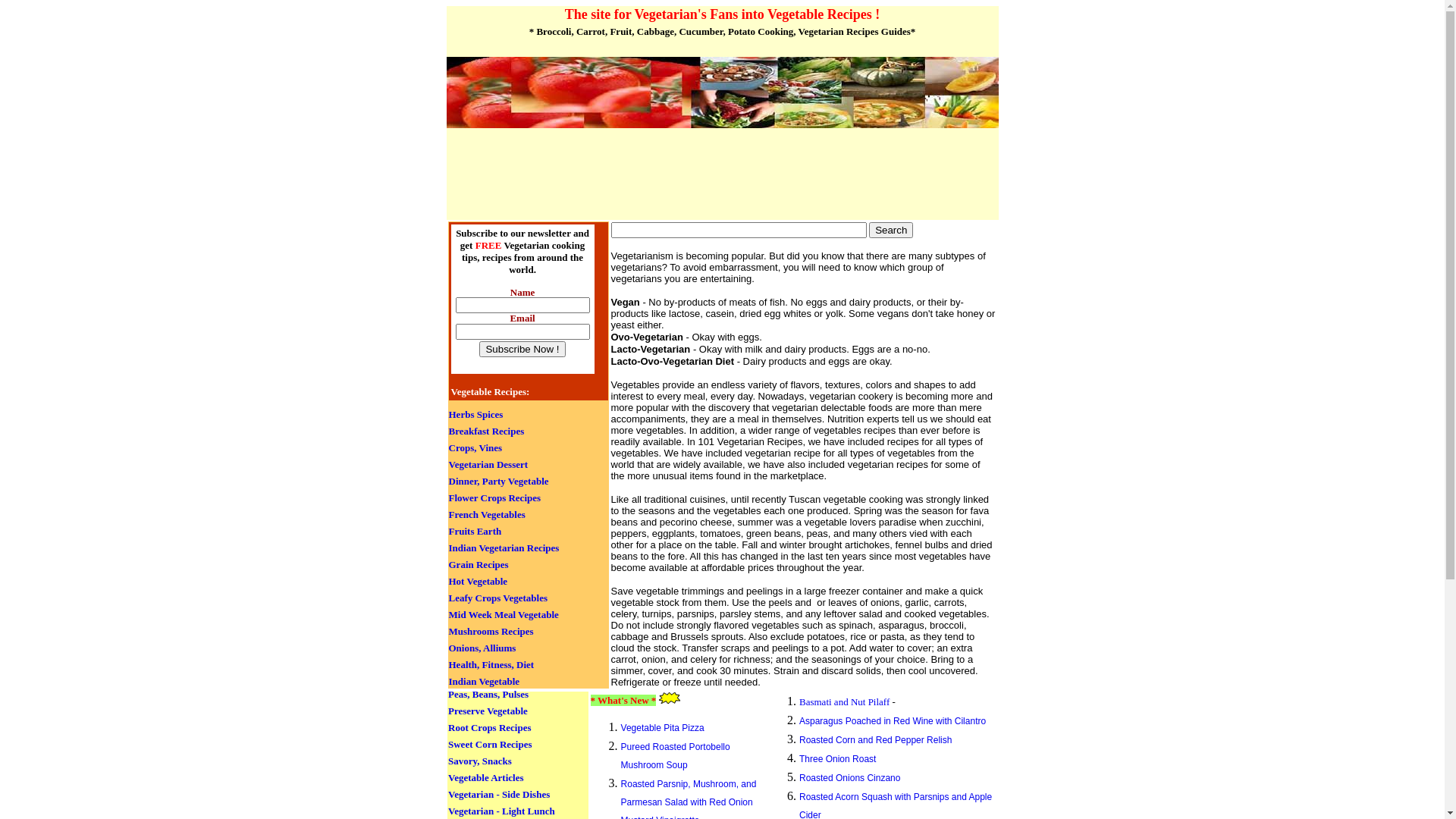 The width and height of the screenshot is (1456, 819). What do you see at coordinates (494, 497) in the screenshot?
I see `'Flower Crops Recipes'` at bounding box center [494, 497].